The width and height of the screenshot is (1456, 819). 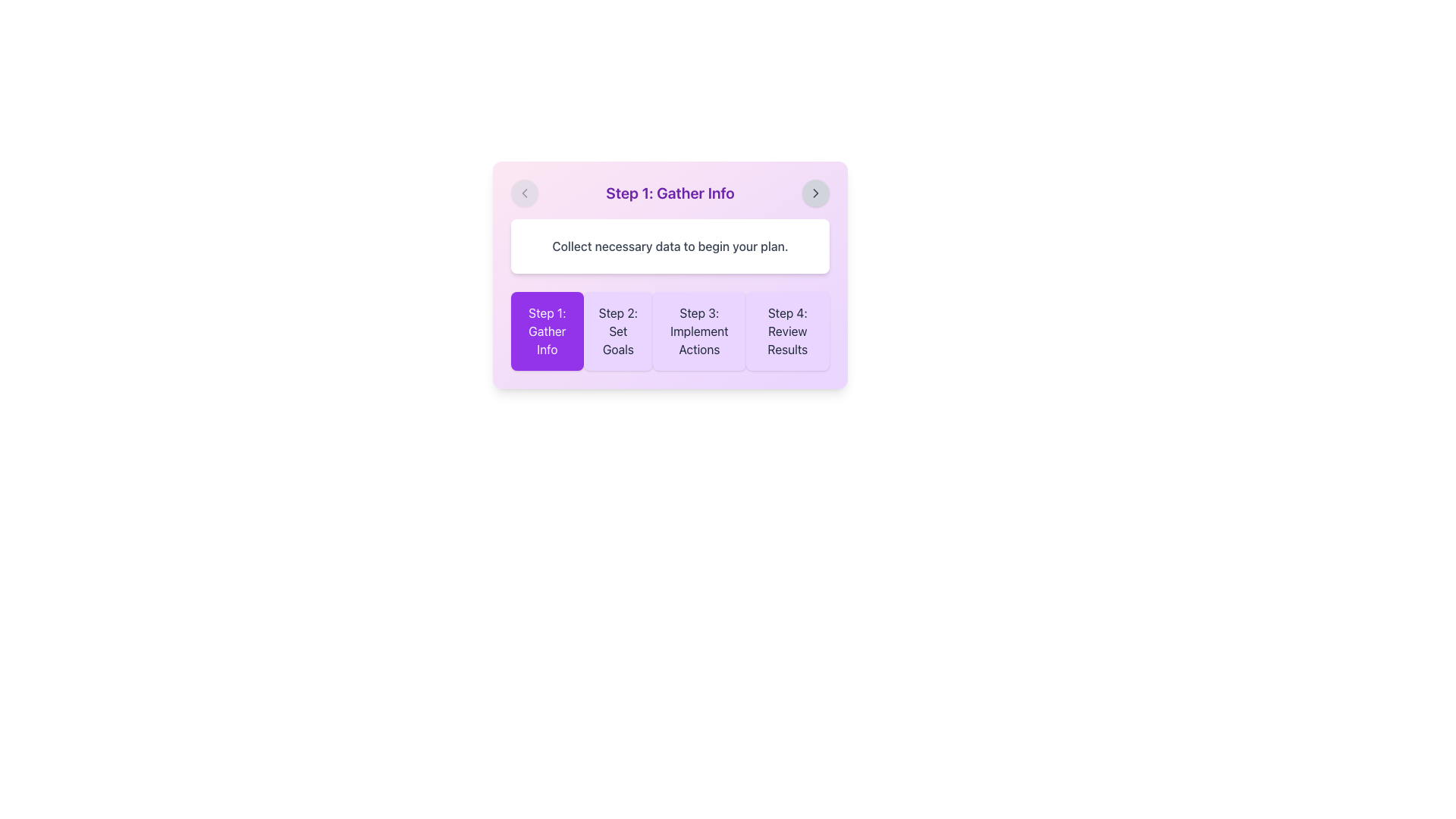 I want to click on the circular button containing the right-pointing chevron icon, so click(x=814, y=192).